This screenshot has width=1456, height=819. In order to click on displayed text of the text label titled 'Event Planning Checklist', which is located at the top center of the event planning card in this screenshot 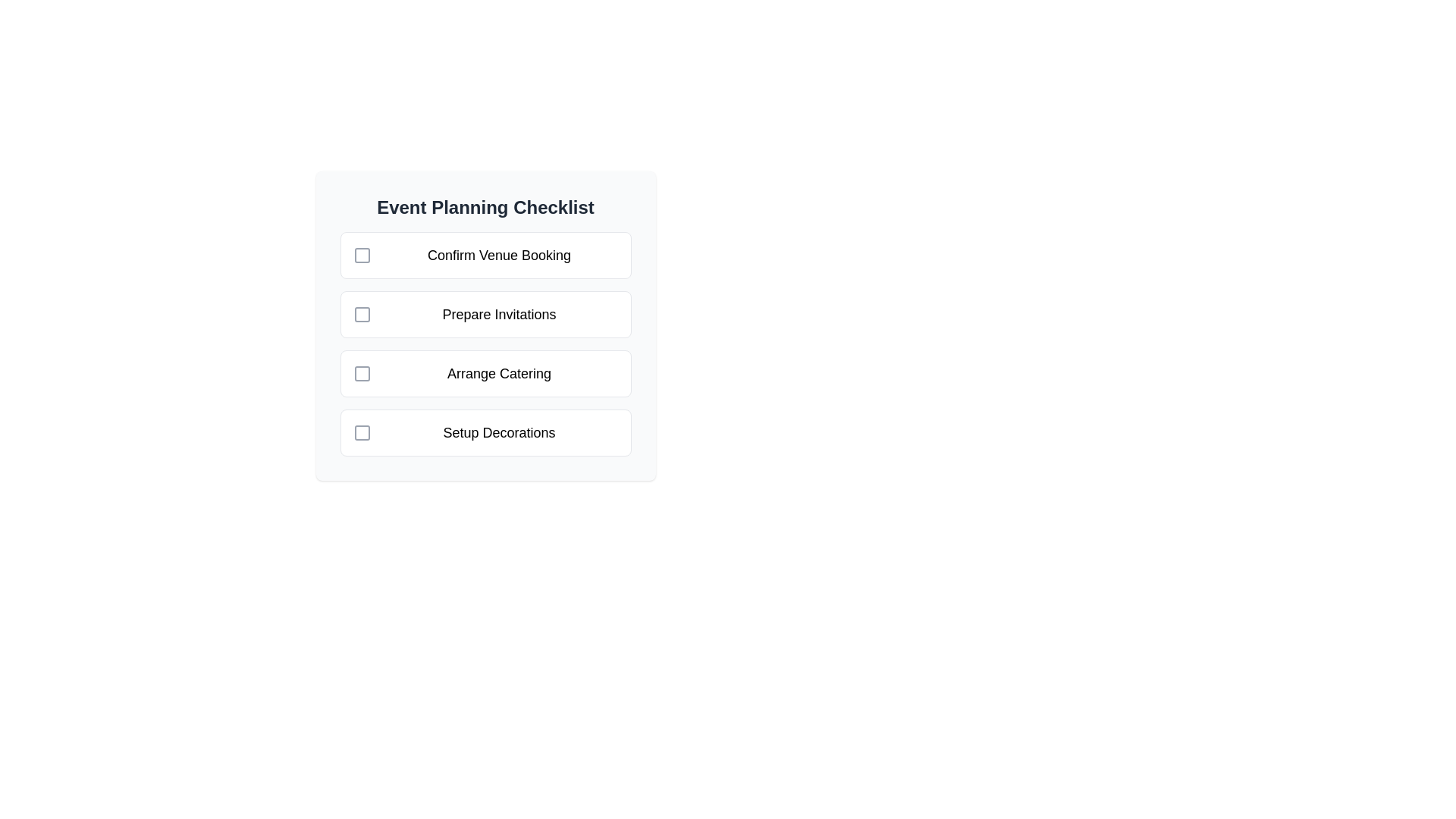, I will do `click(485, 207)`.